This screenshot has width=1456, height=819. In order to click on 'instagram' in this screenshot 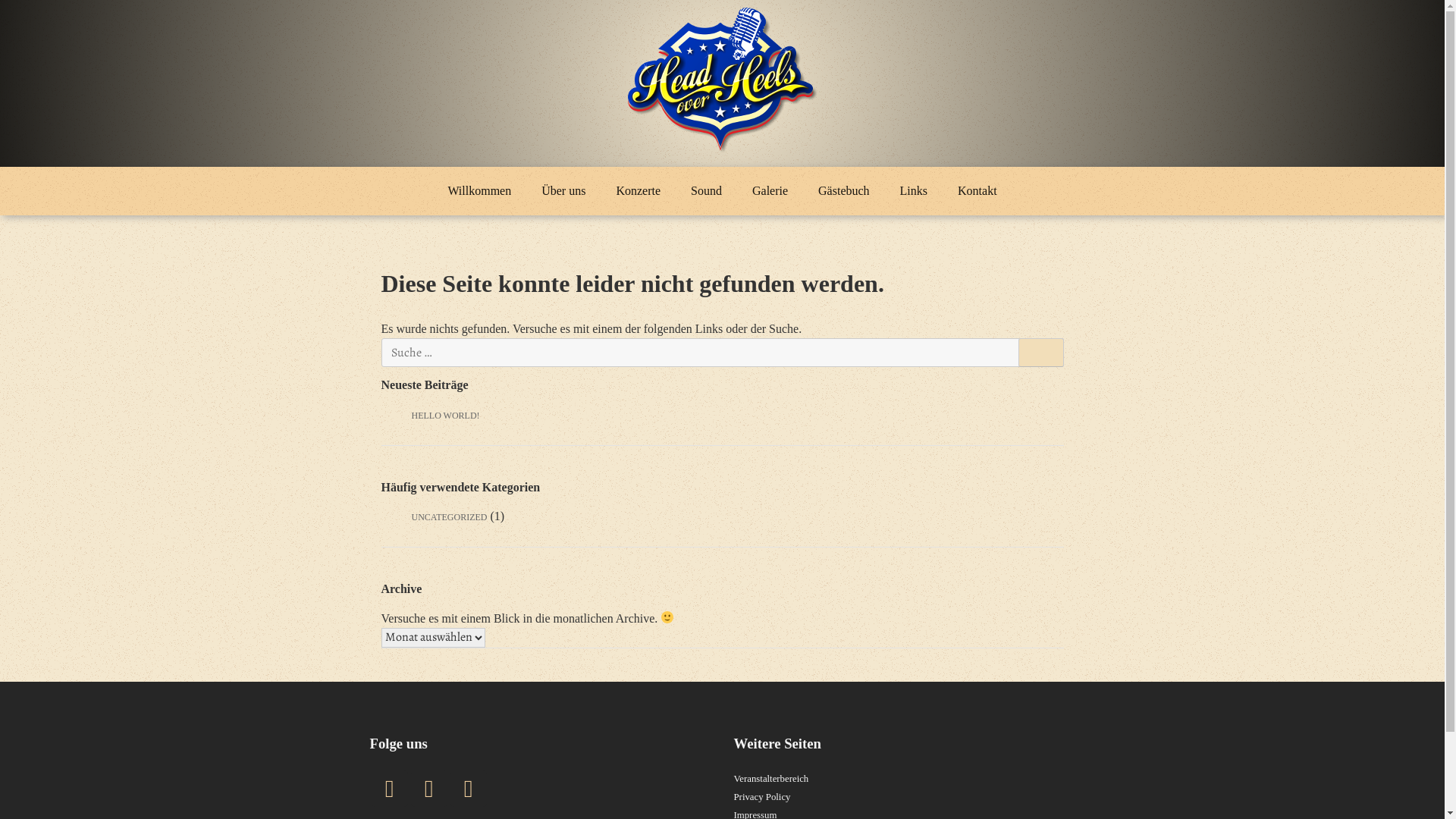, I will do `click(425, 788)`.